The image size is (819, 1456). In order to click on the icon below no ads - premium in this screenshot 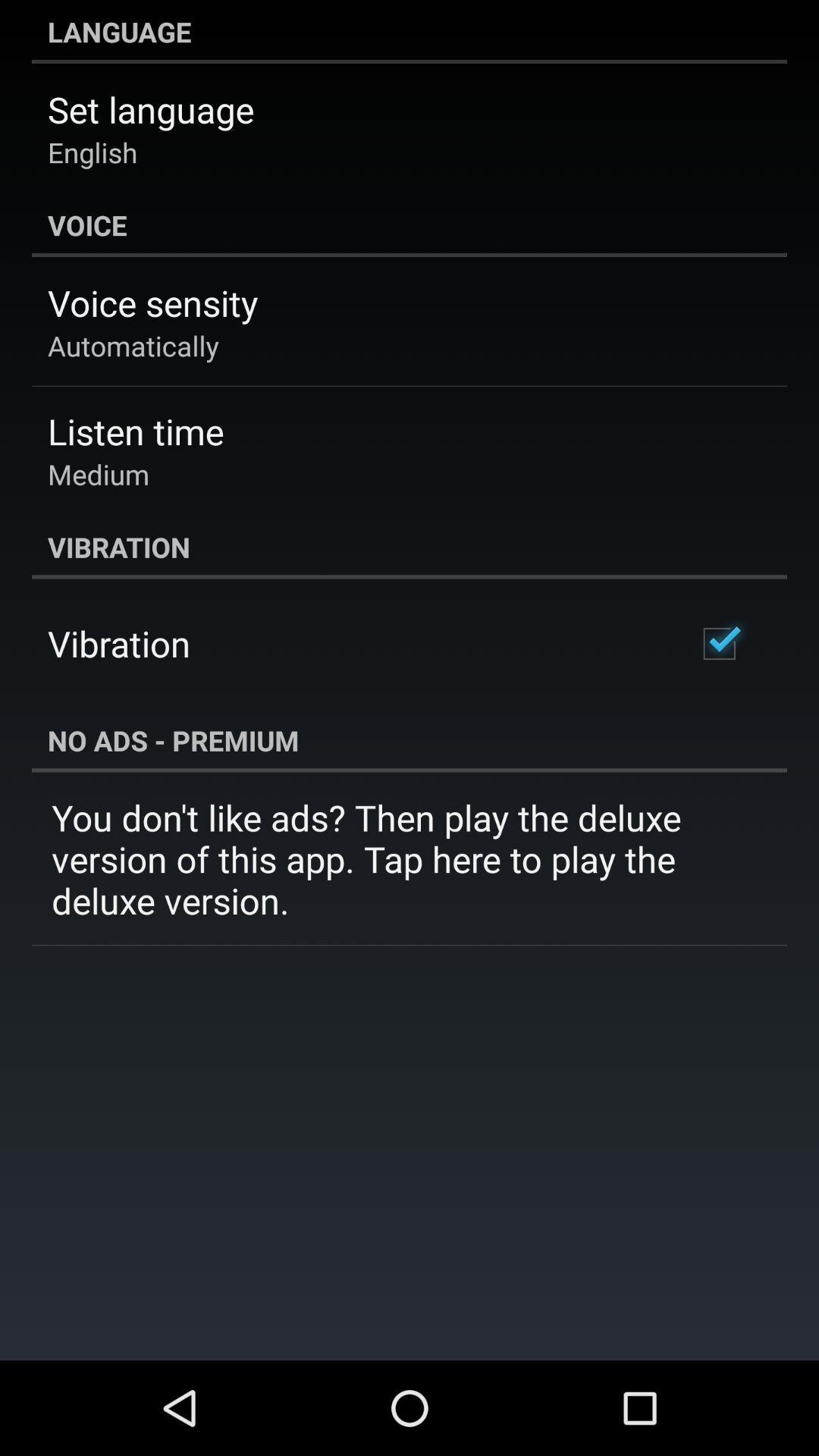, I will do `click(409, 858)`.